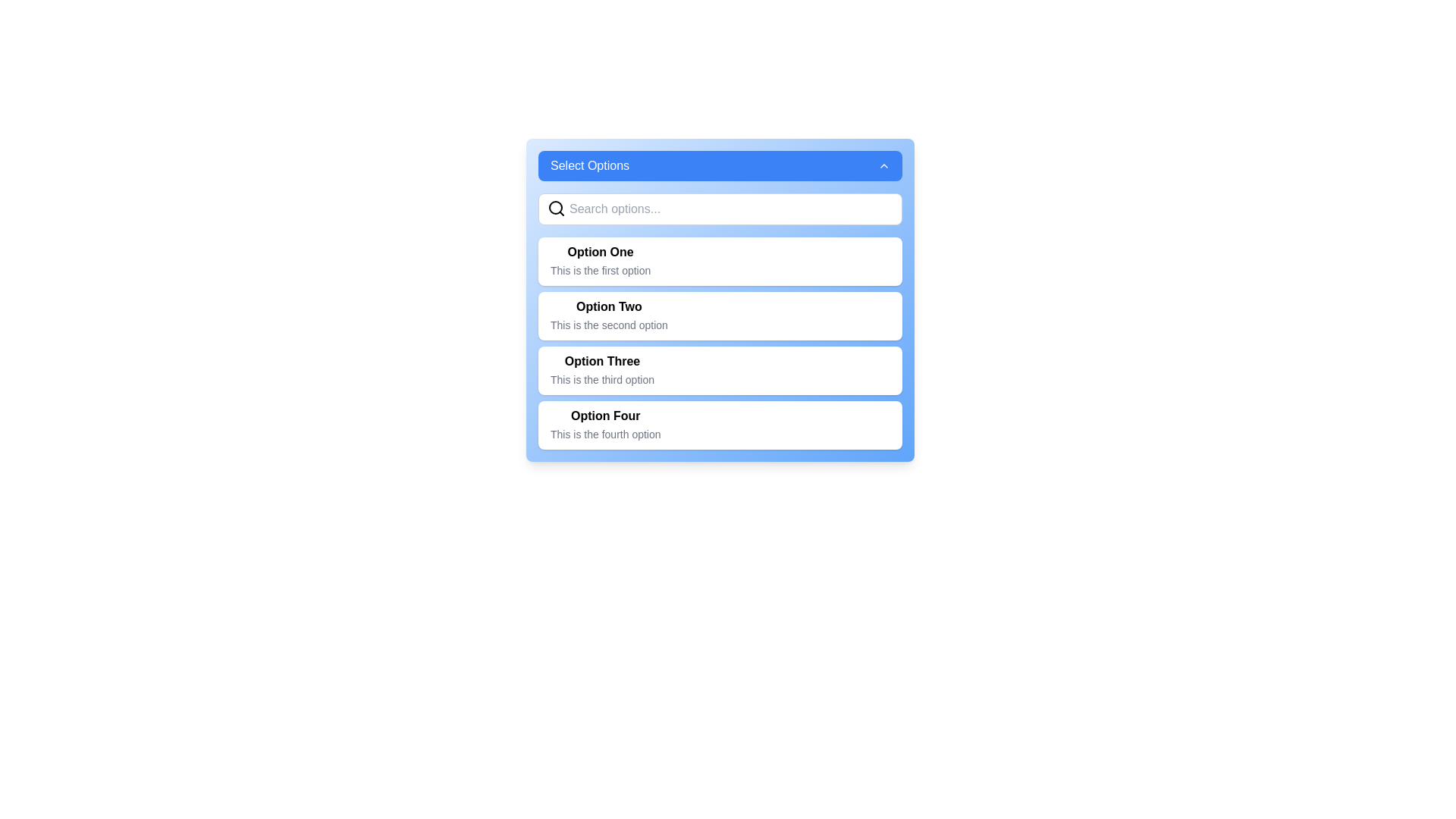 Image resolution: width=1456 pixels, height=819 pixels. Describe the element at coordinates (588, 166) in the screenshot. I see `the 'Select Options' text label displayed in white font on a blue background` at that location.